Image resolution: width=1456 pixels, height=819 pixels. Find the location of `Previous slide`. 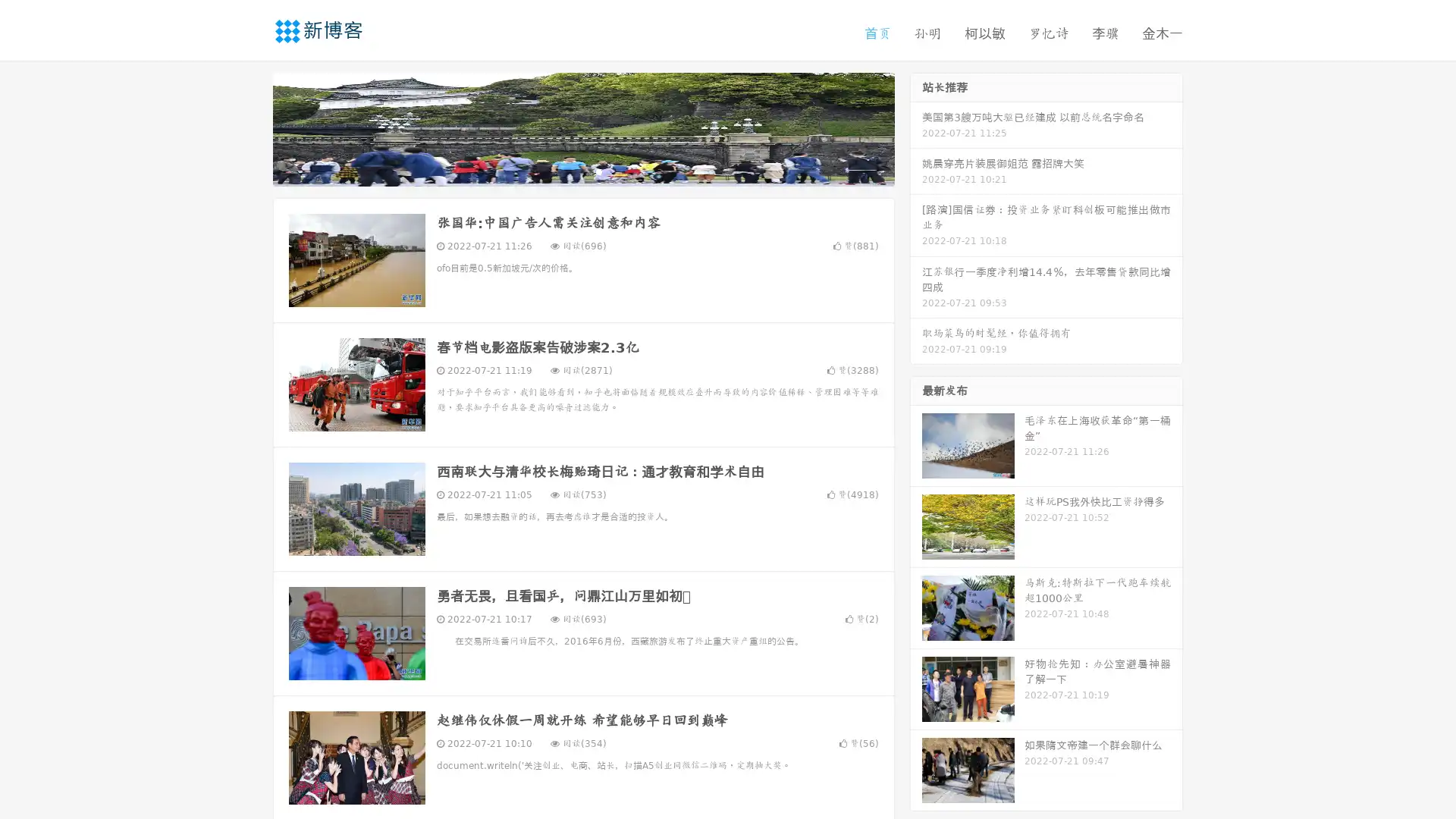

Previous slide is located at coordinates (250, 127).